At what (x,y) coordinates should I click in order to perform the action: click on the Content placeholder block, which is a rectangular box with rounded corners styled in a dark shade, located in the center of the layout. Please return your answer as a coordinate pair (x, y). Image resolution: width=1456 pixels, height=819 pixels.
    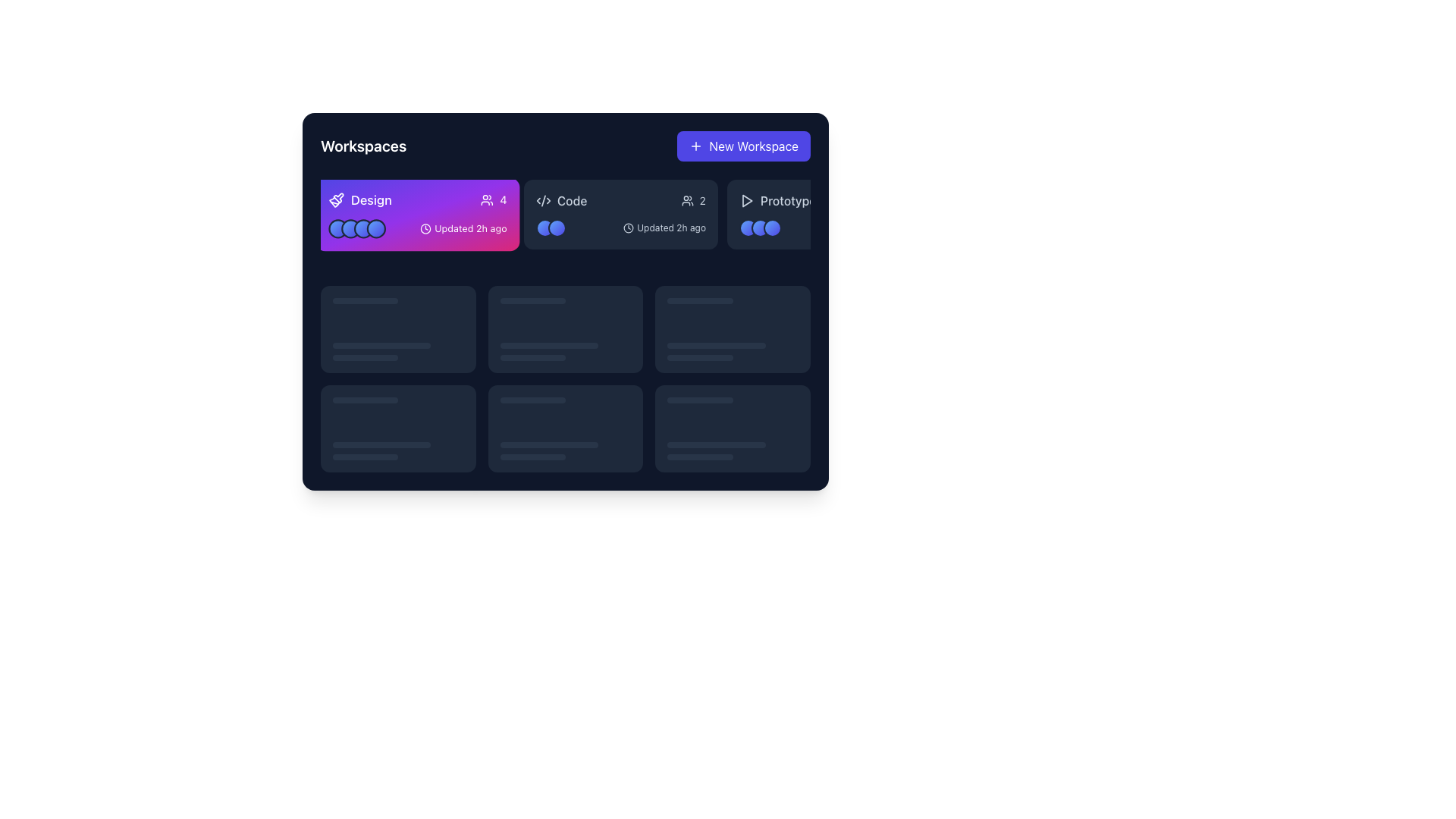
    Looking at the image, I should click on (564, 301).